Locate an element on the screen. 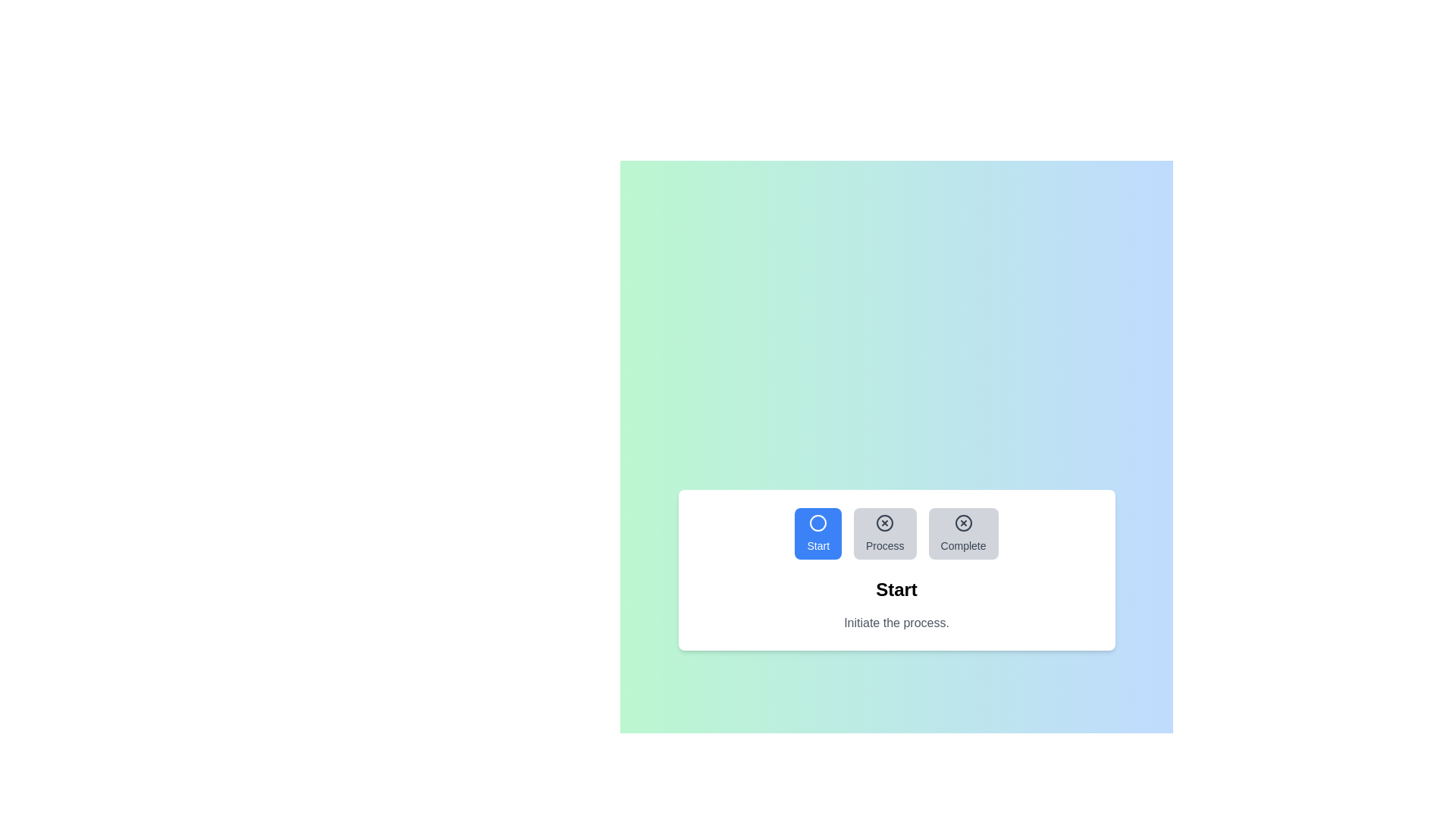 The height and width of the screenshot is (819, 1456). the static text element that provides additional information related to the 'Start' section, located below the 'Start' text is located at coordinates (896, 623).